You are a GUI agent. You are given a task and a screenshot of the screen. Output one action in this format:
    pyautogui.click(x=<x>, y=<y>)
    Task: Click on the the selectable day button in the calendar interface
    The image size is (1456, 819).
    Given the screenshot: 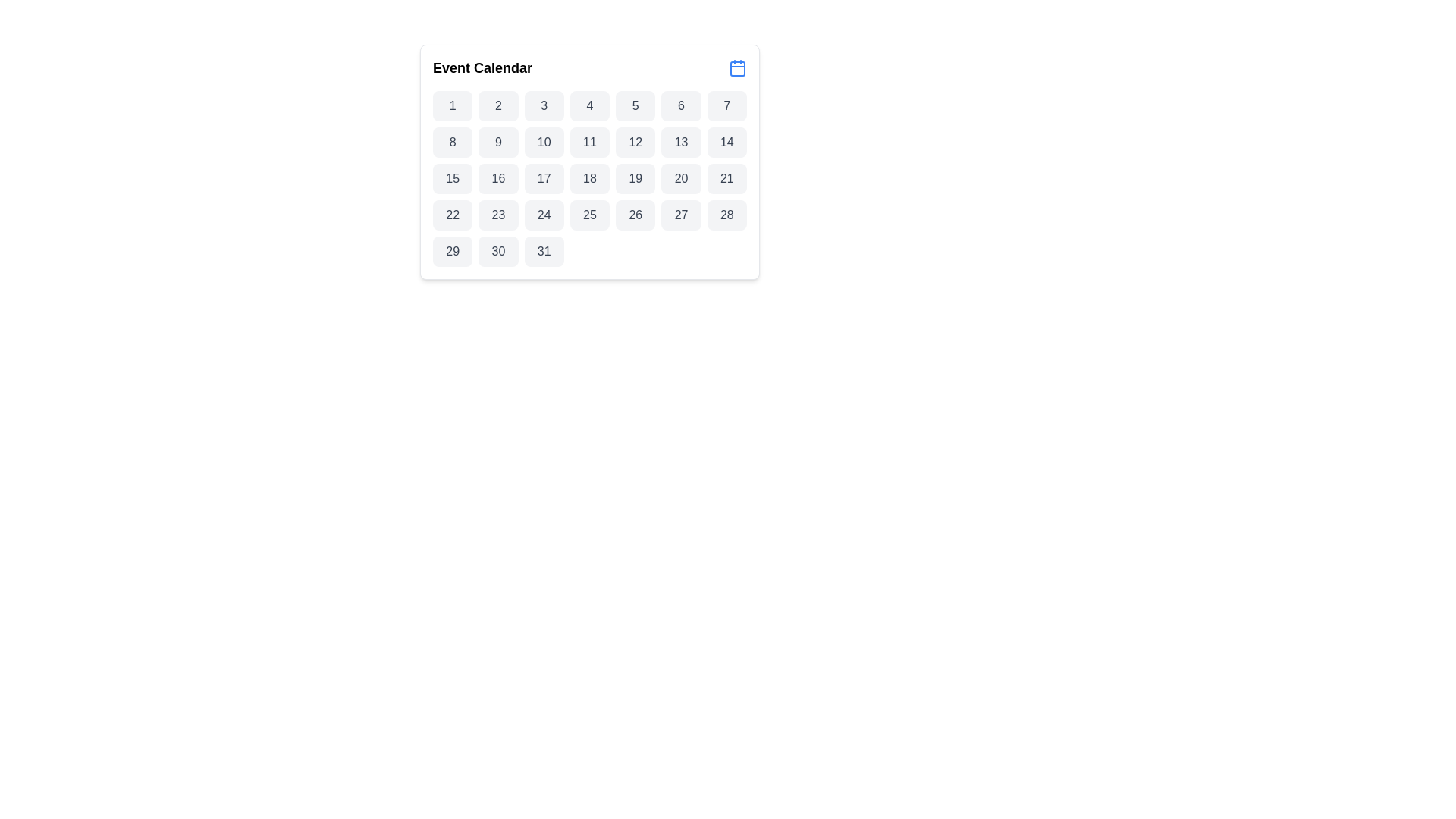 What is the action you would take?
    pyautogui.click(x=498, y=105)
    